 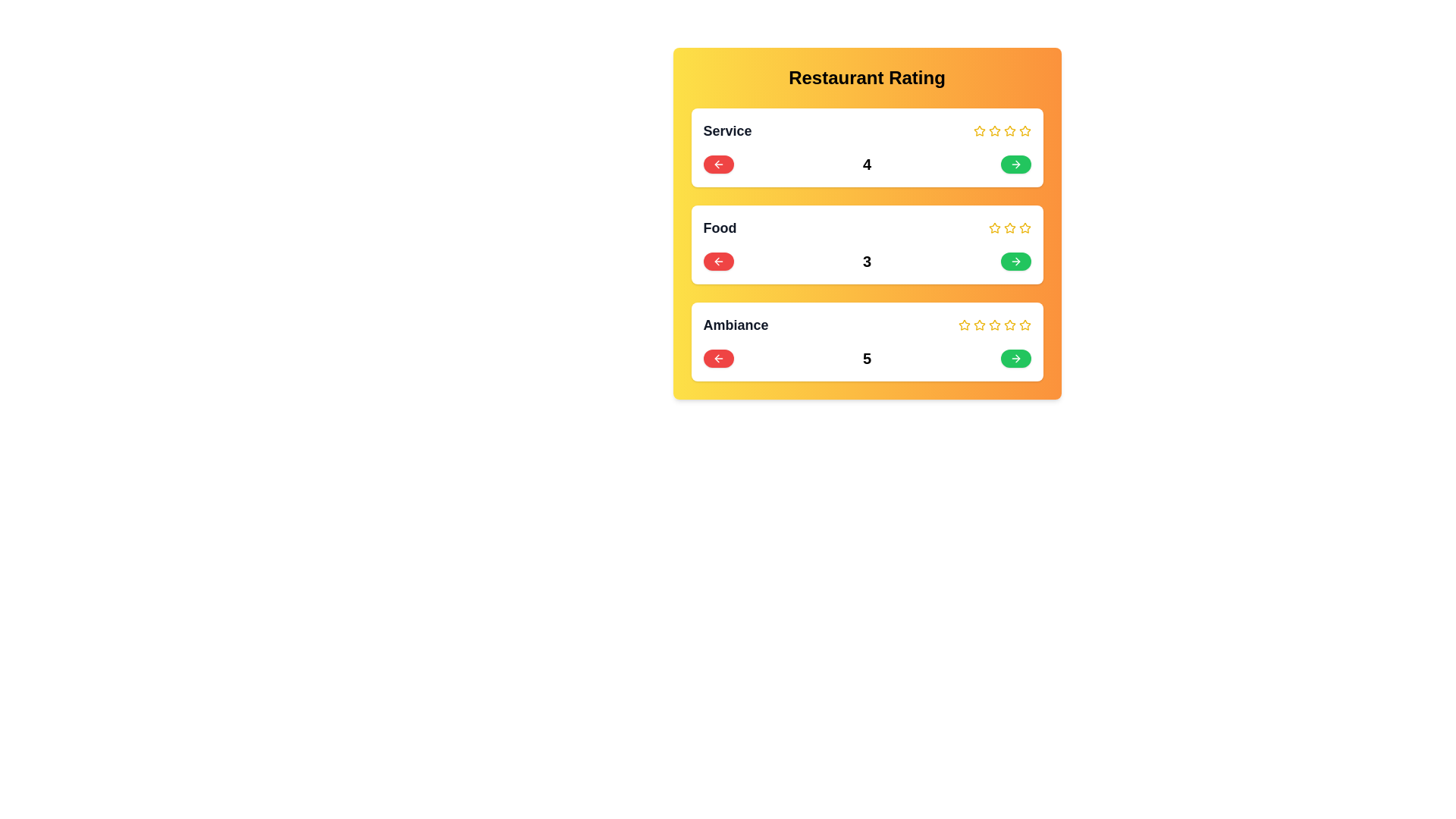 I want to click on the leftward-pointing arrow icon with a red circular background located on the left side of the 'Service' row in the 'Restaurant Rating' interface, so click(x=717, y=164).